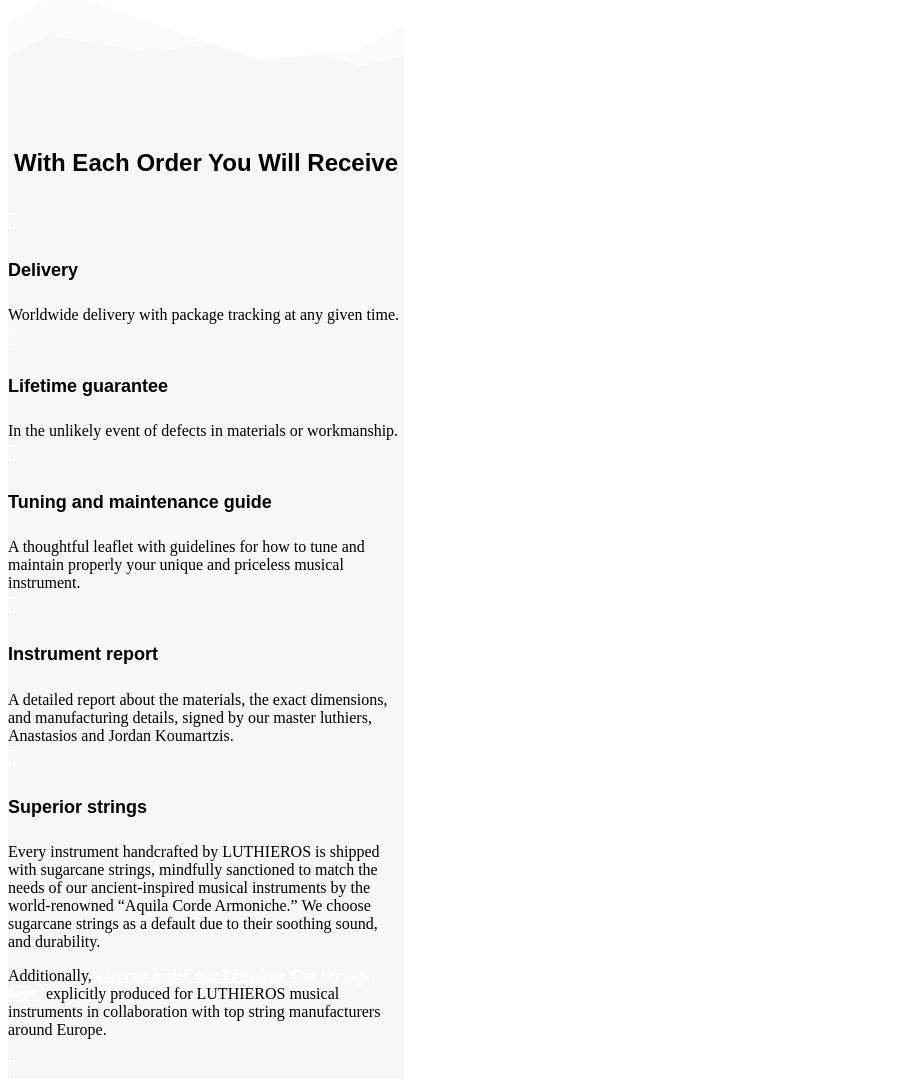 The image size is (908, 1079). I want to click on 'Instrument report', so click(81, 652).